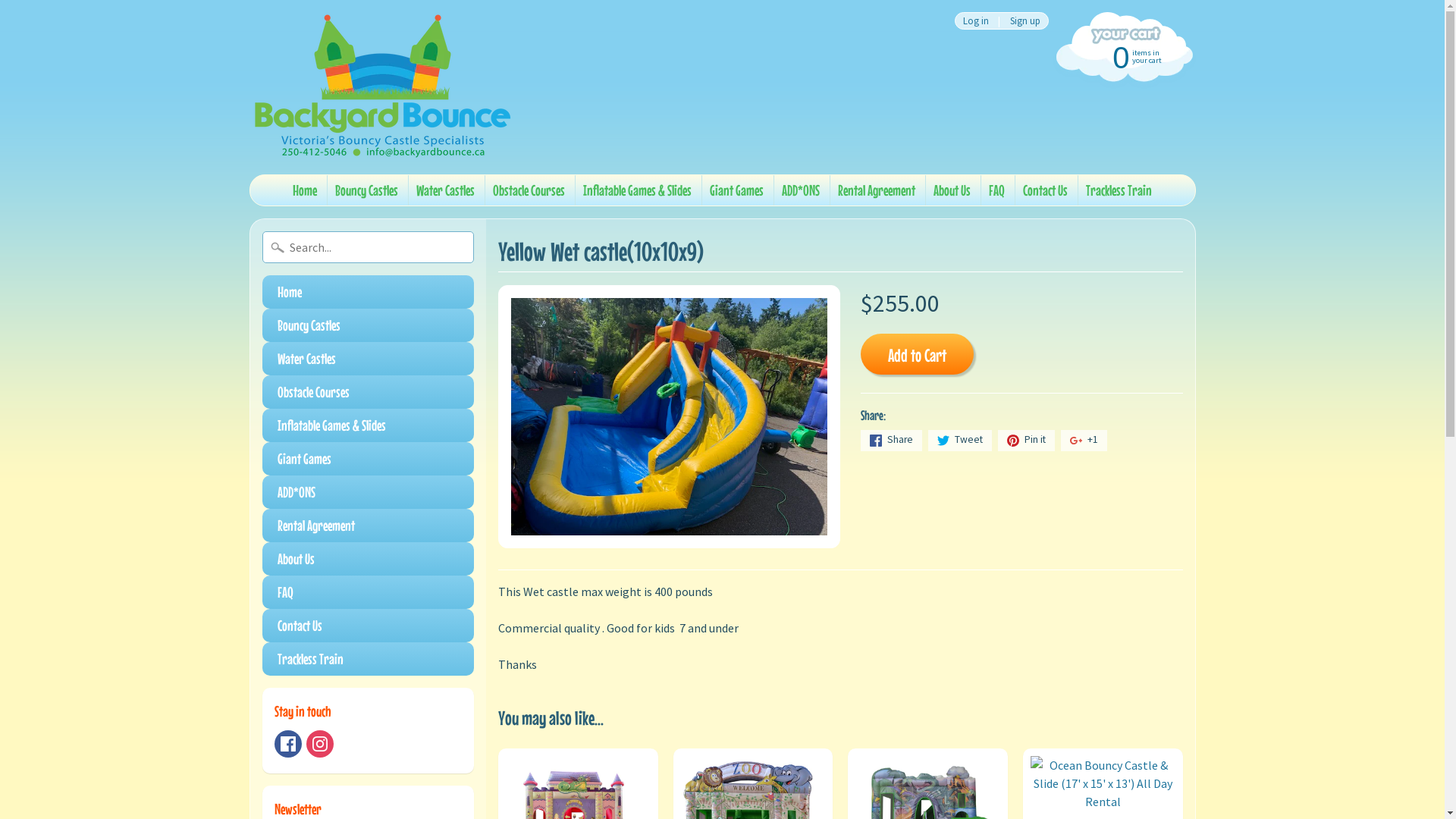 This screenshot has width=1456, height=819. What do you see at coordinates (444, 189) in the screenshot?
I see `'Water Castles'` at bounding box center [444, 189].